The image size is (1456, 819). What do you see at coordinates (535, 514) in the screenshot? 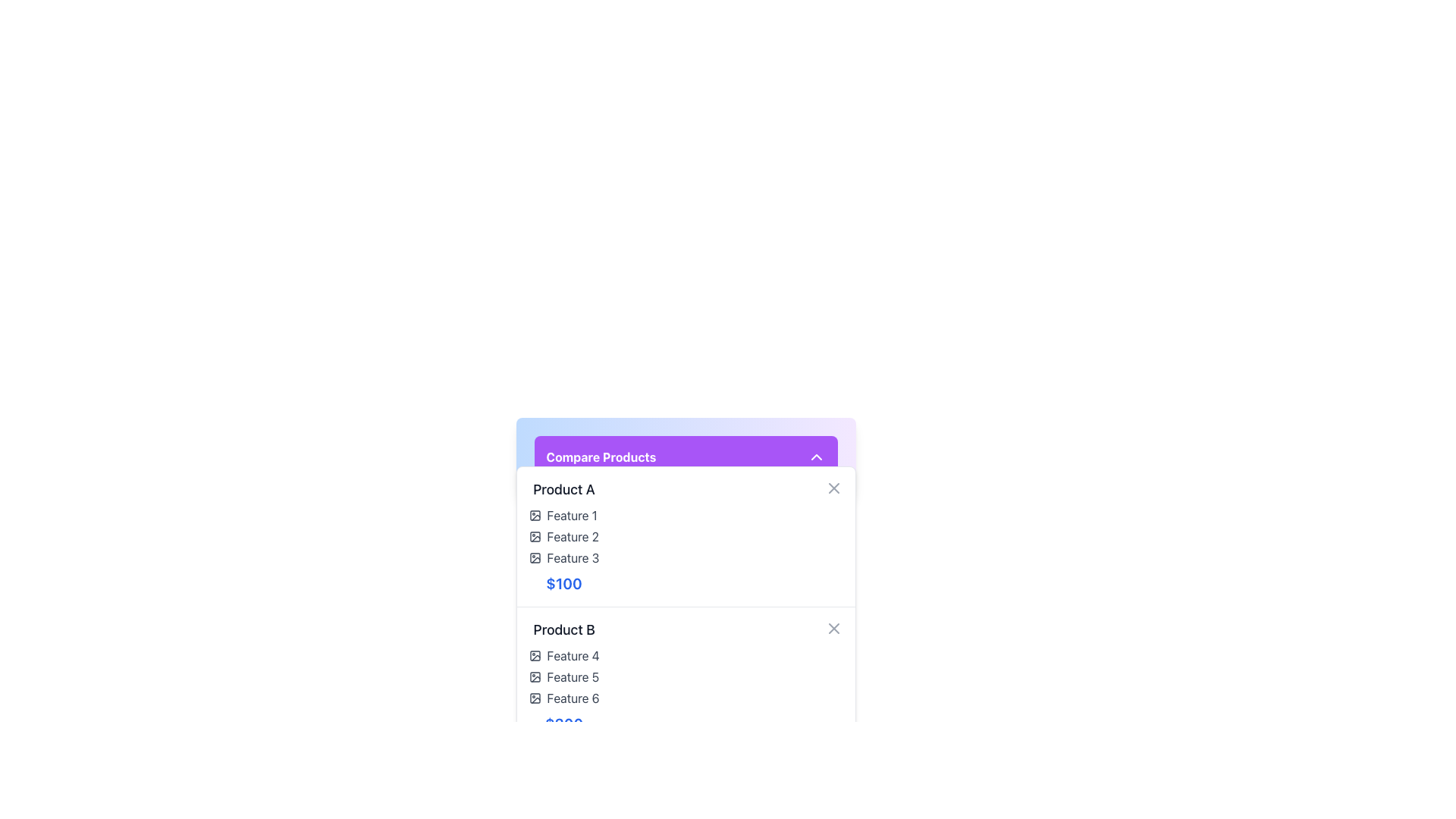
I see `the image icon positioned to the immediate left of the text 'Feature 1' under 'Product A'` at bounding box center [535, 514].